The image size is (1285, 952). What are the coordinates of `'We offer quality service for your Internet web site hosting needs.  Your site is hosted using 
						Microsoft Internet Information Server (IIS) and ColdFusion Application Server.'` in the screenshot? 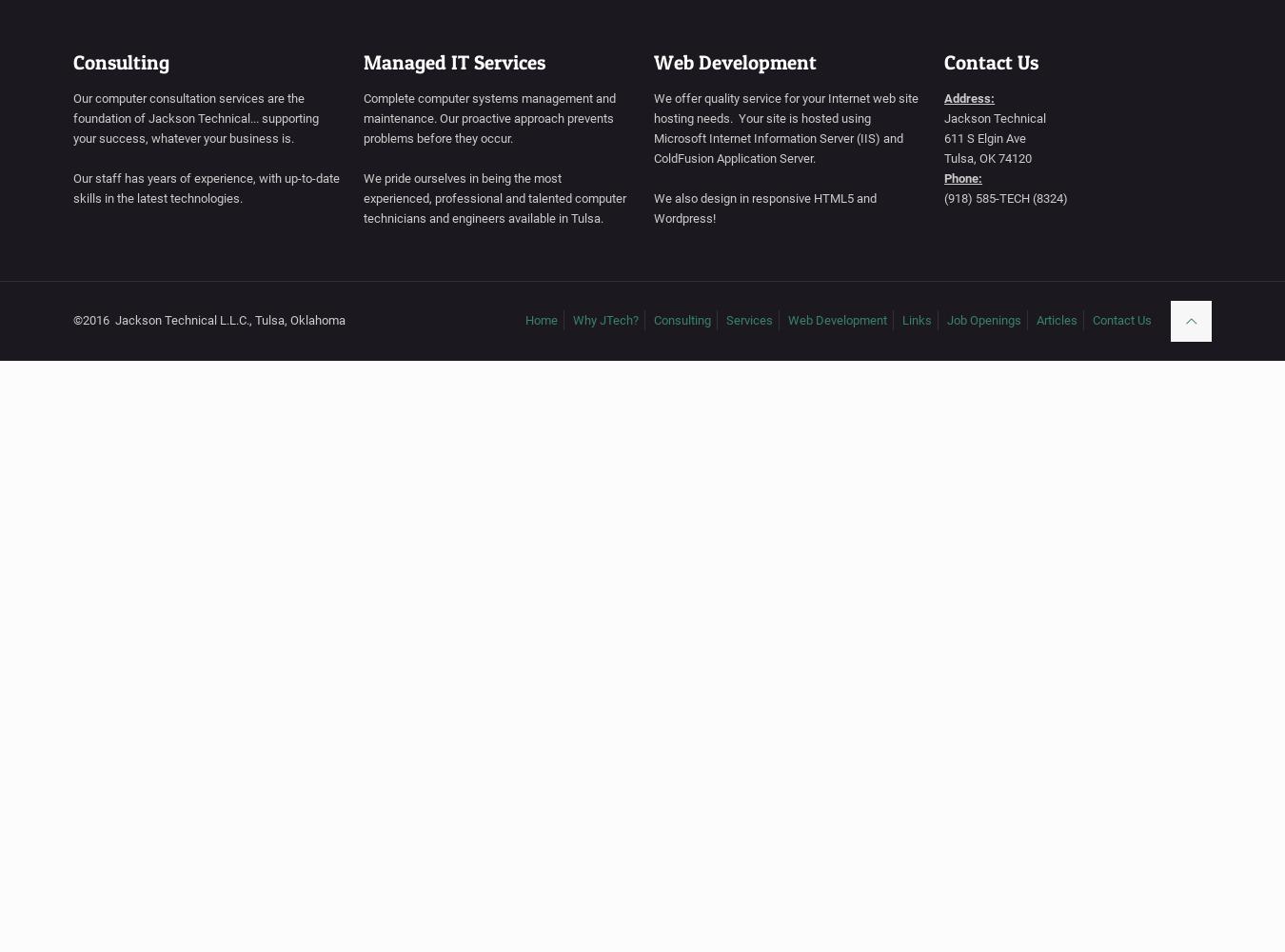 It's located at (653, 129).